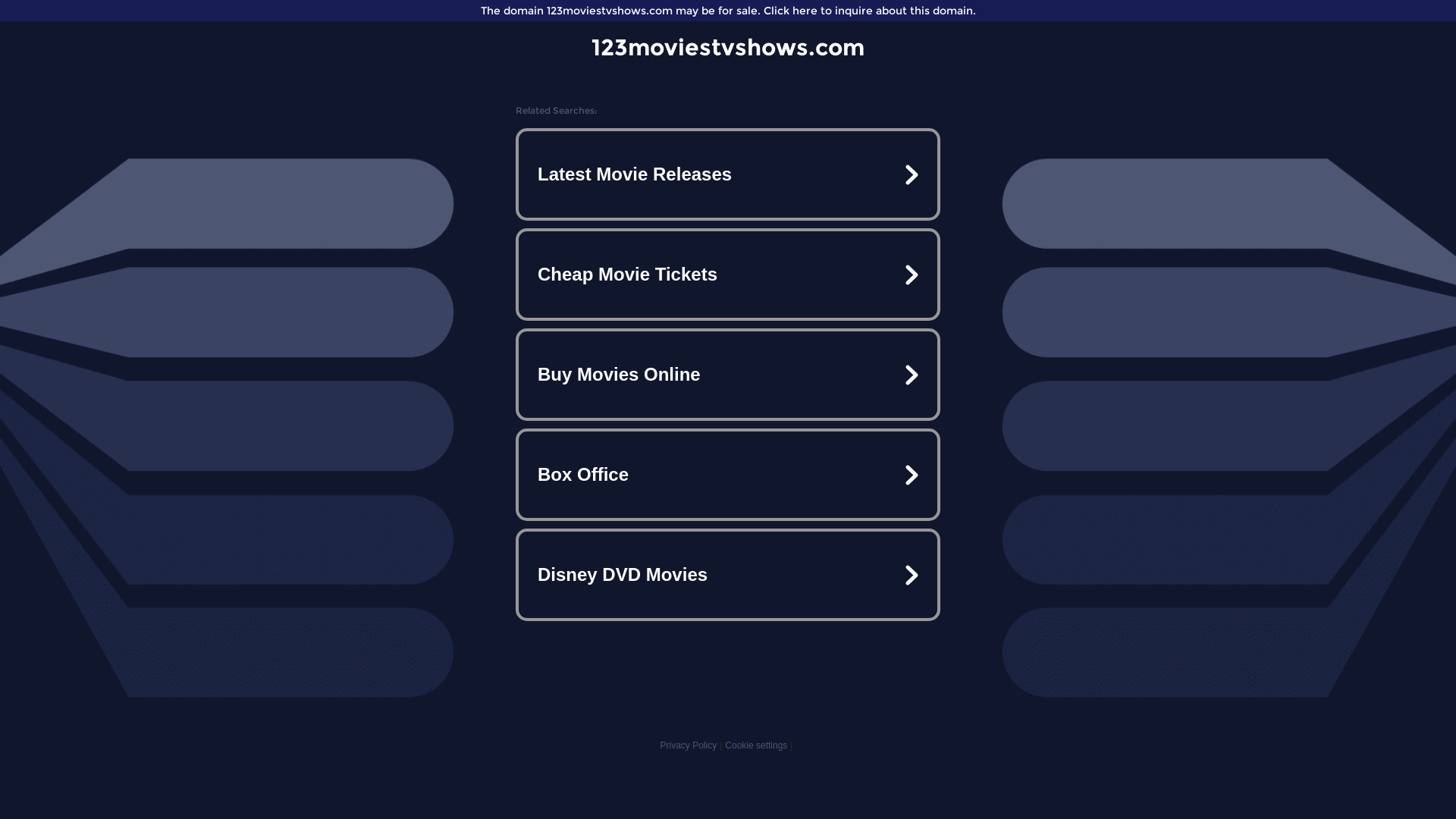 The width and height of the screenshot is (1456, 819). I want to click on 'Box Office', so click(728, 473).